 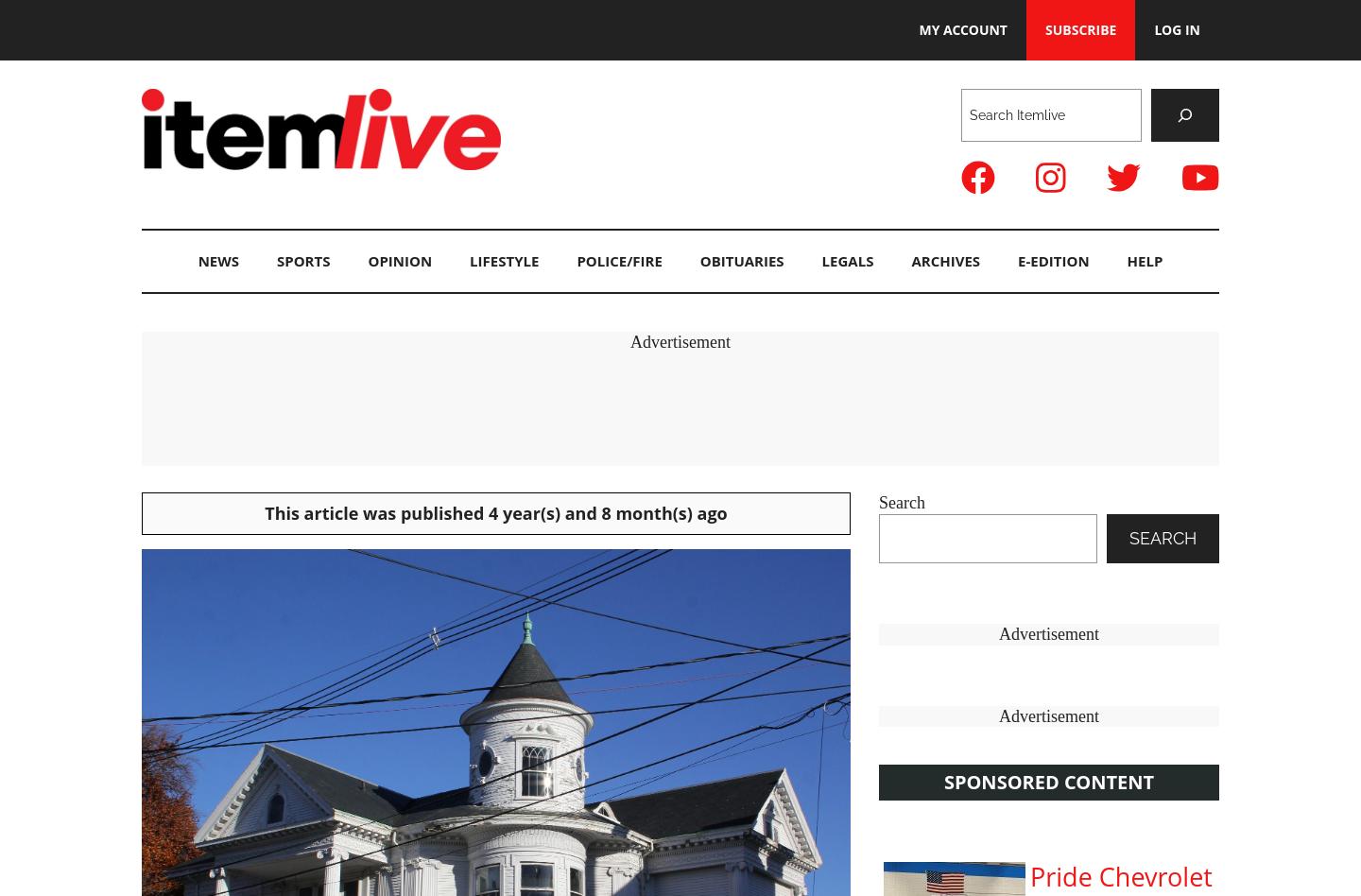 What do you see at coordinates (846, 260) in the screenshot?
I see `'Legals'` at bounding box center [846, 260].